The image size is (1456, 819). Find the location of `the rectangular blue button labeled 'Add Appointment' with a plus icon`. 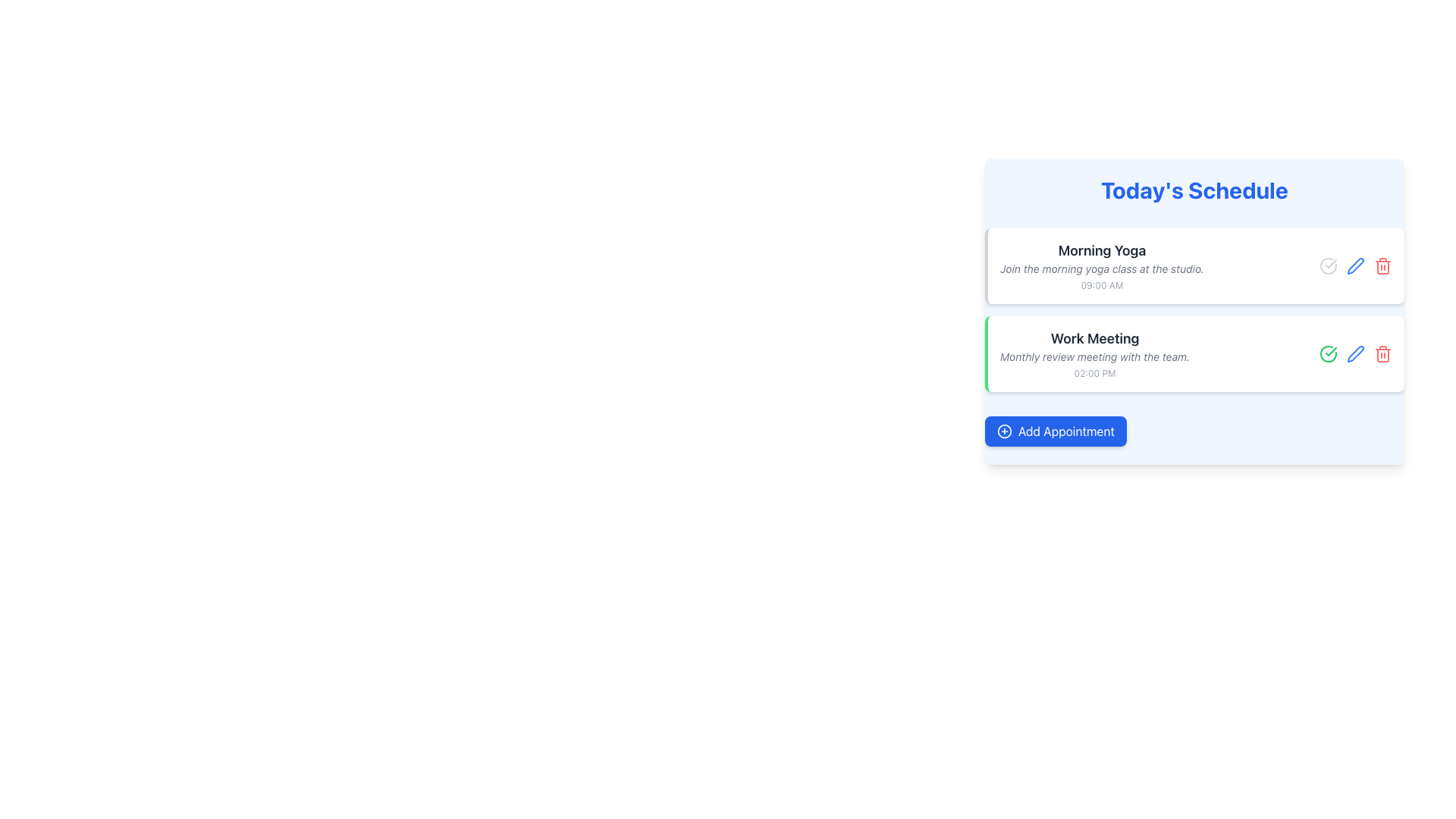

the rectangular blue button labeled 'Add Appointment' with a plus icon is located at coordinates (1055, 431).